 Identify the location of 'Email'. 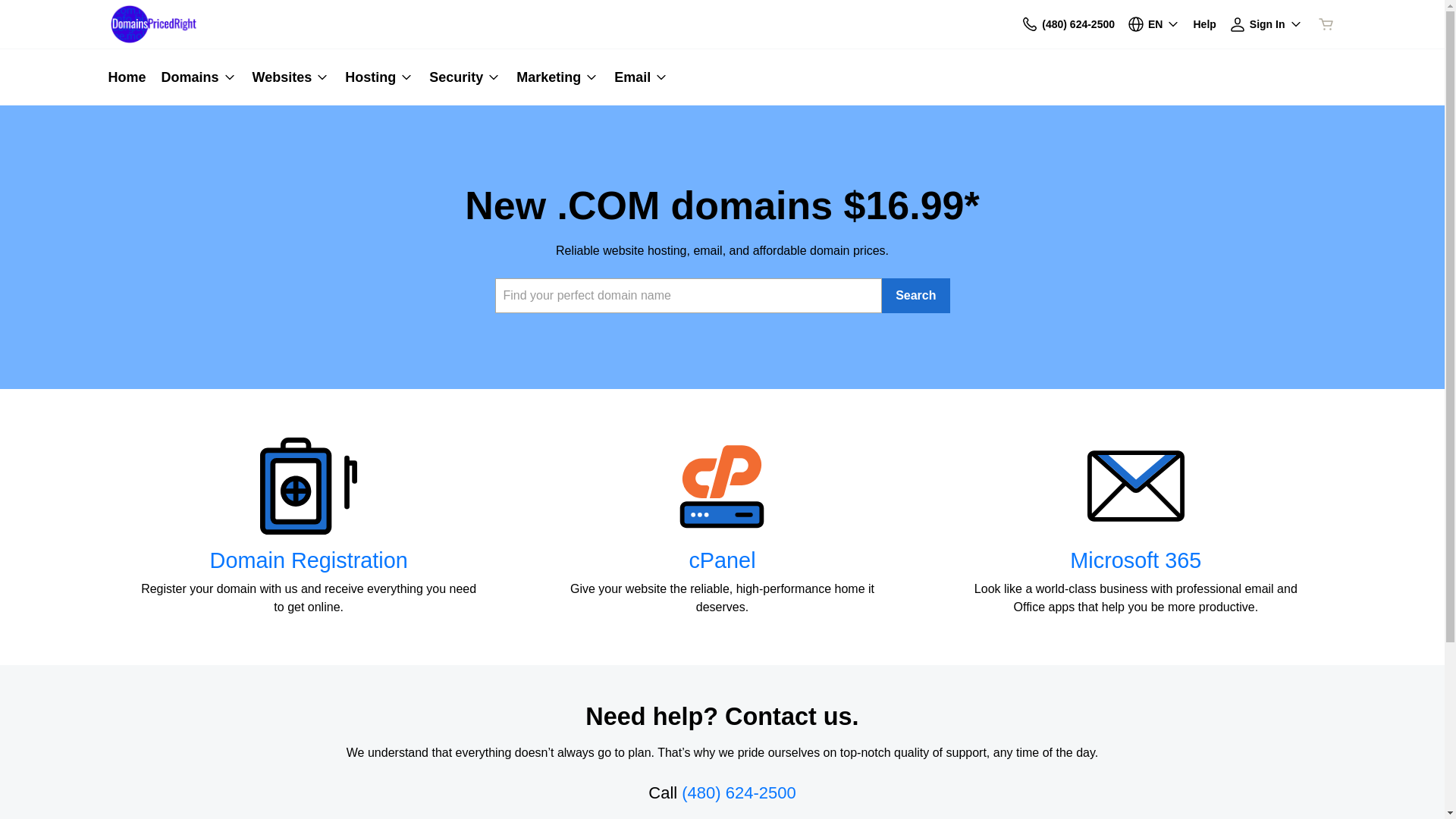
(637, 77).